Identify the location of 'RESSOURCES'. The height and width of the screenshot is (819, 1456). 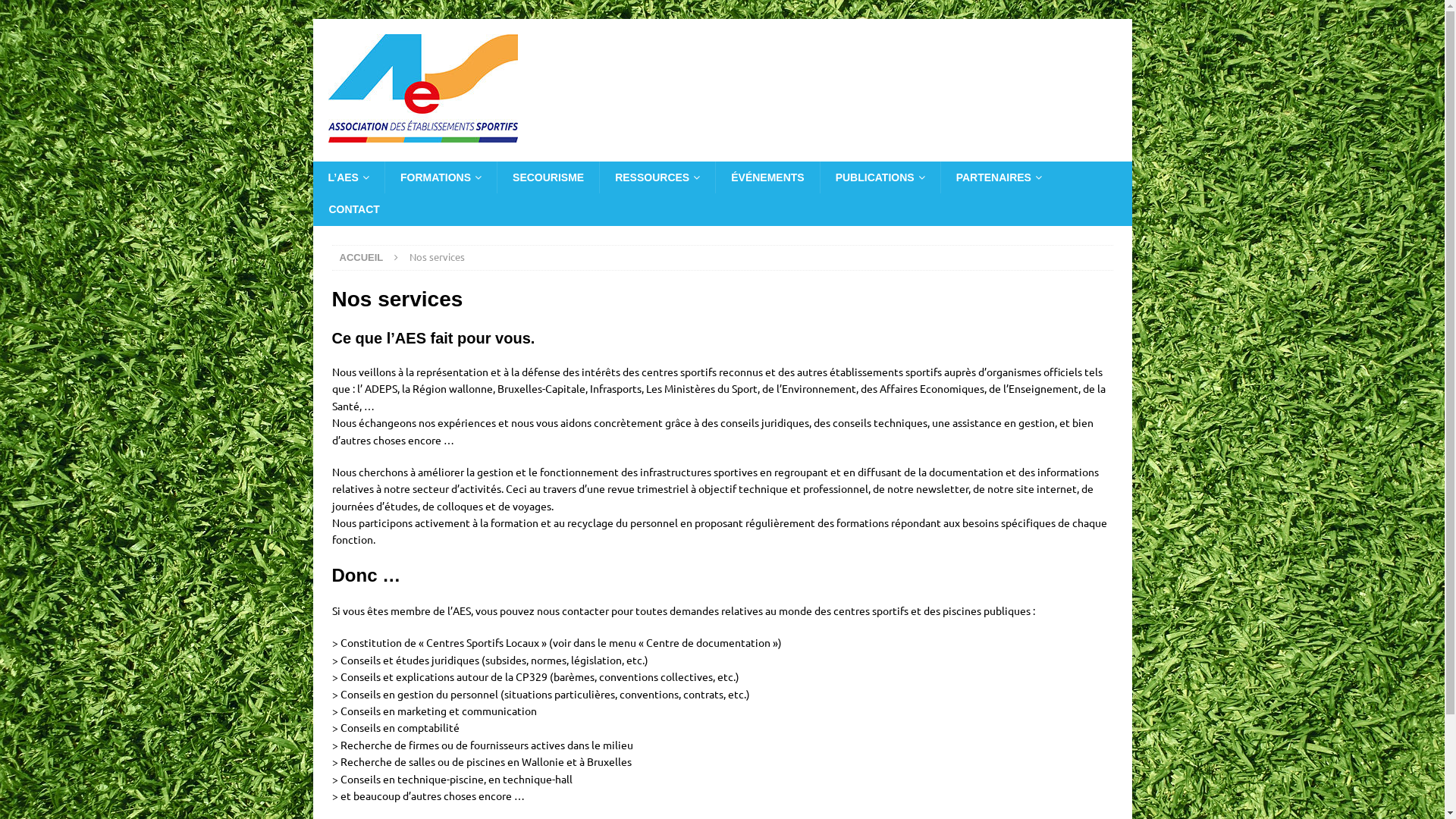
(657, 177).